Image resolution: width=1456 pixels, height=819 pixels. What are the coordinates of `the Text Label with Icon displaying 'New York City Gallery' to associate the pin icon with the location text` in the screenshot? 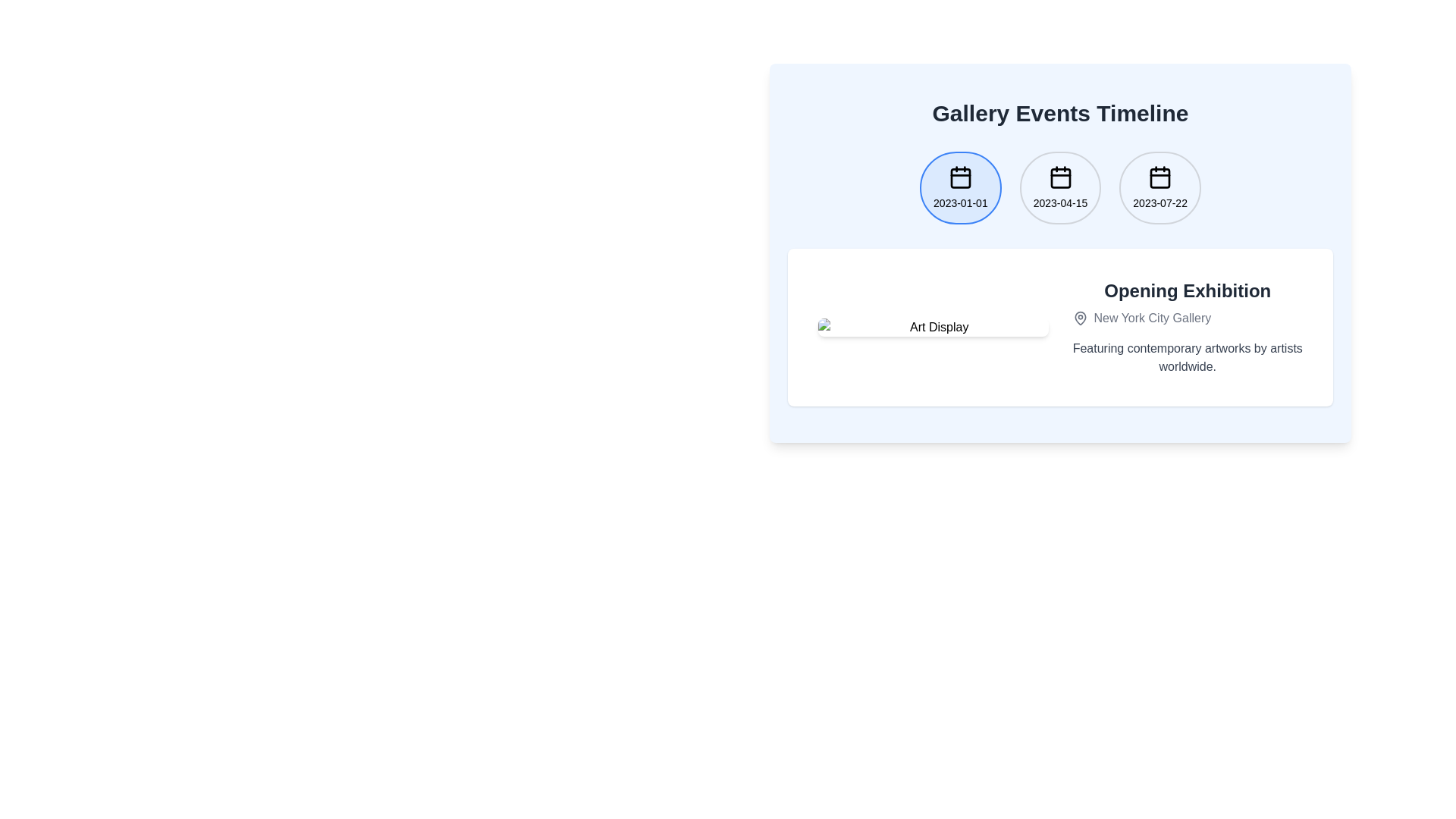 It's located at (1187, 318).